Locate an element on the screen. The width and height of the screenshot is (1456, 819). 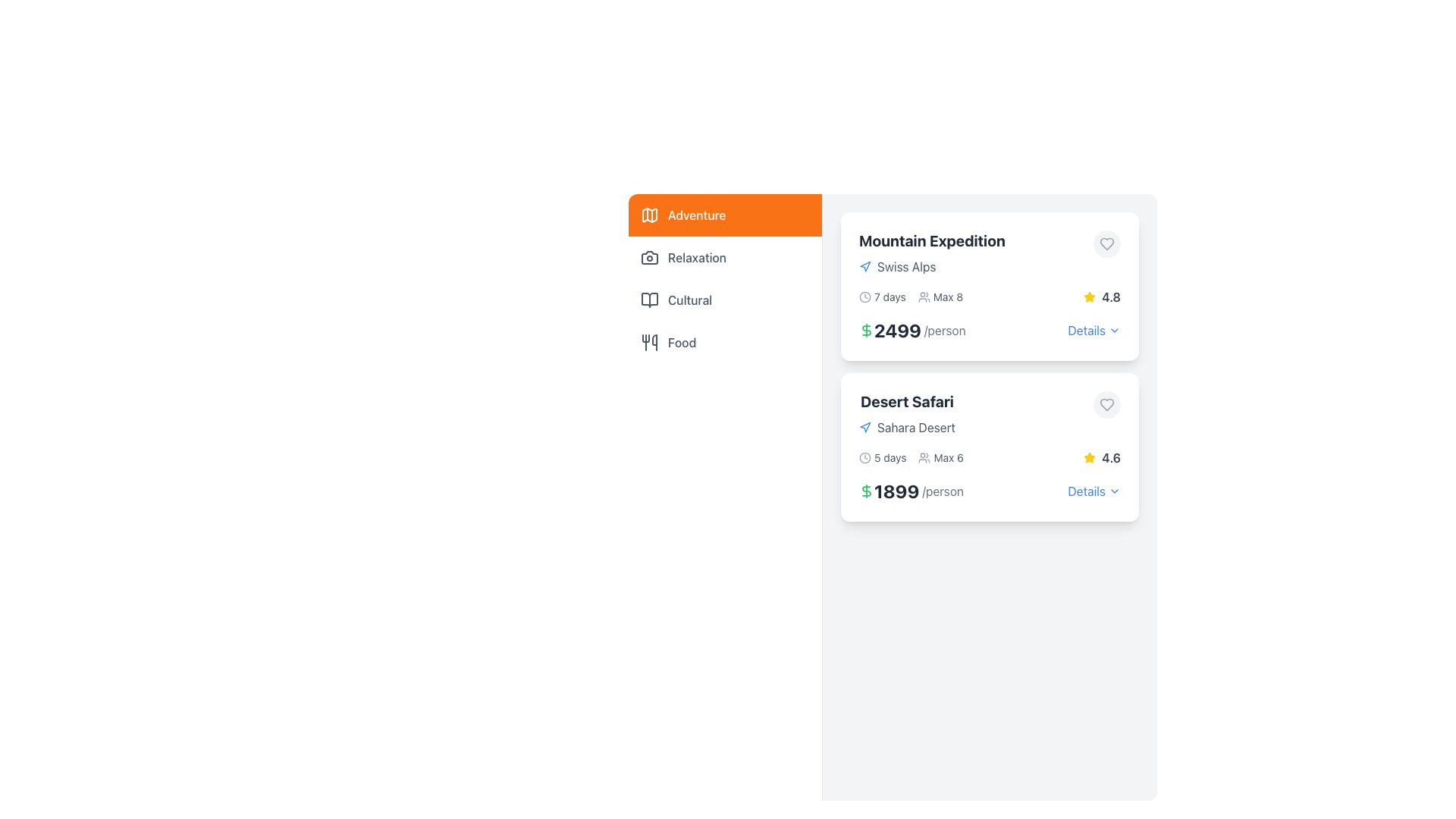
the small circular button with a light gray background and a heart icon, located at the top-right corner of the 'Desert Safari' card is located at coordinates (1106, 403).